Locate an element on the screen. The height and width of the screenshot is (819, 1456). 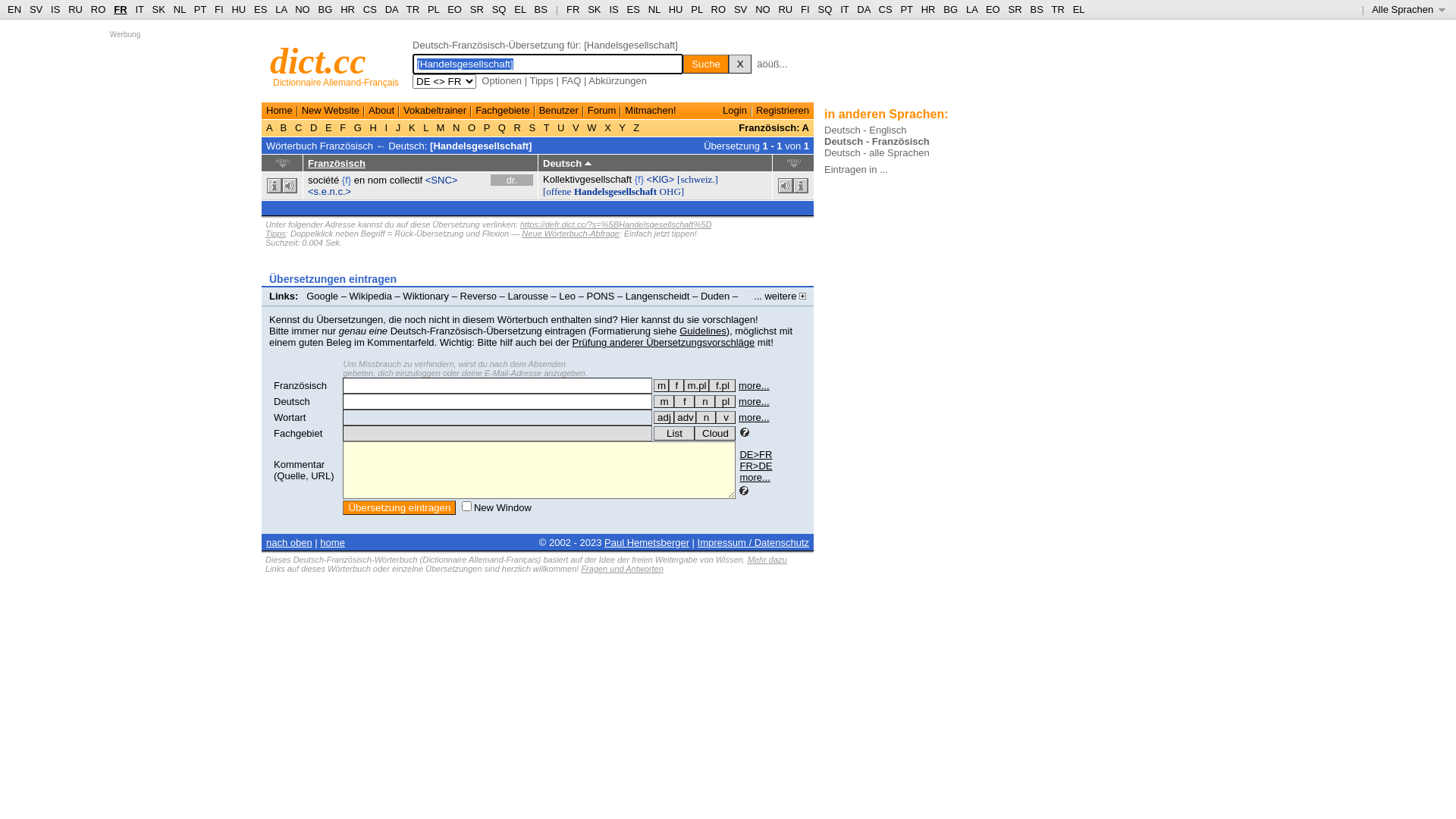
'Google' is located at coordinates (305, 296).